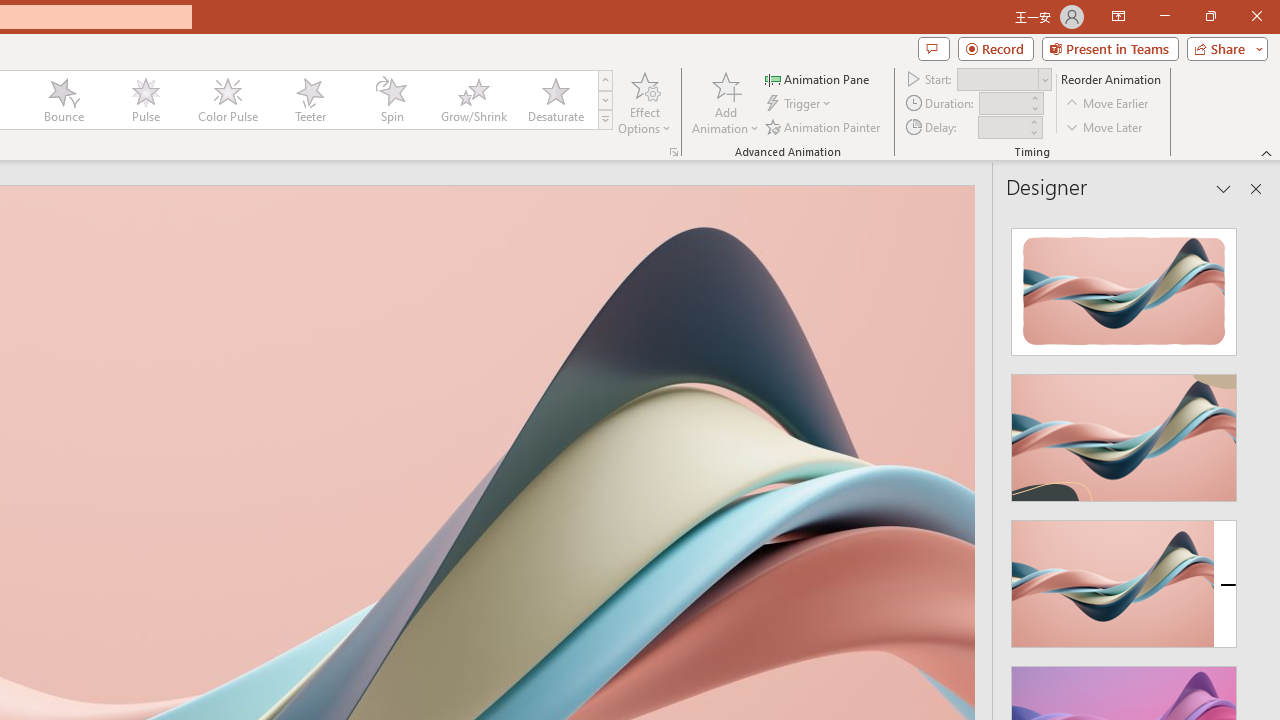 This screenshot has width=1280, height=720. I want to click on 'Animation Pane', so click(818, 78).